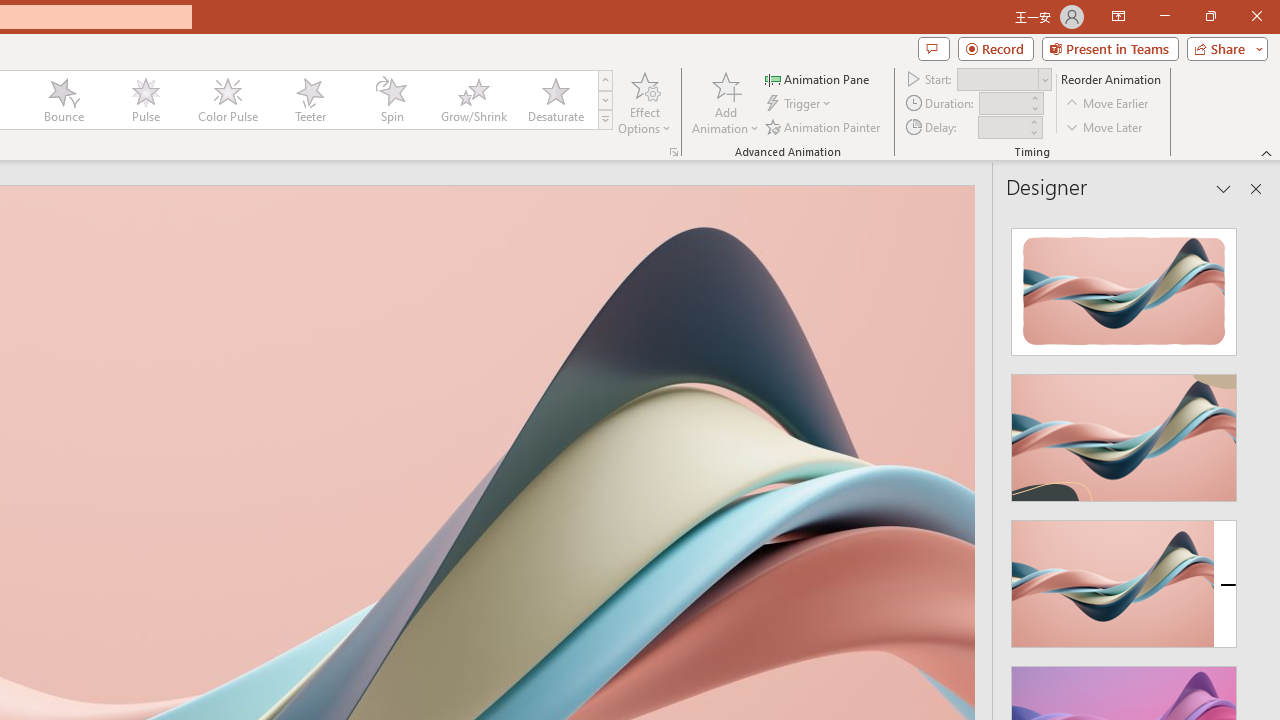 This screenshot has width=1280, height=720. I want to click on 'Animation Pane', so click(818, 78).